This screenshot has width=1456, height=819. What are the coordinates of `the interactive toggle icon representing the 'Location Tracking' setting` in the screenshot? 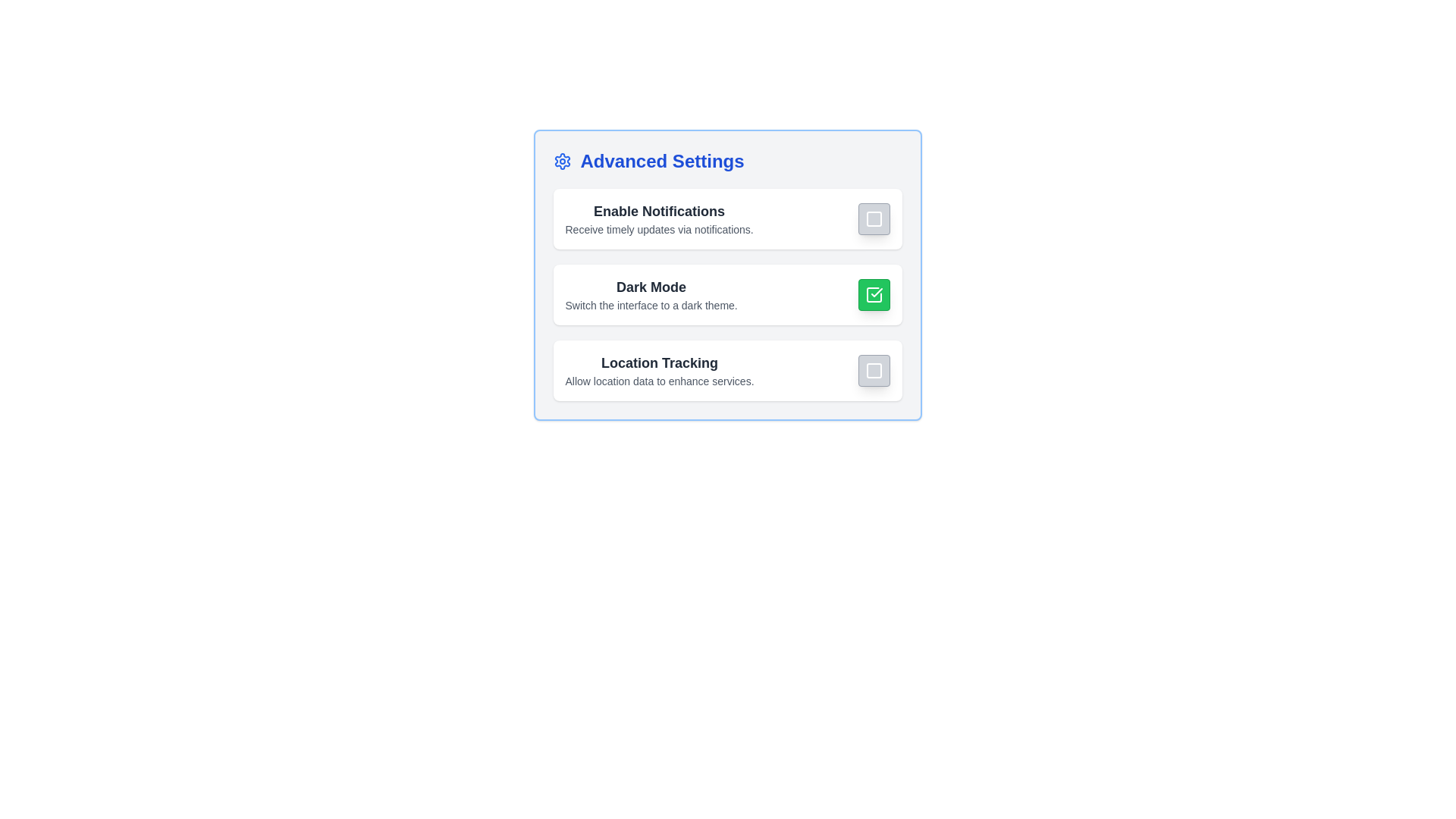 It's located at (874, 371).